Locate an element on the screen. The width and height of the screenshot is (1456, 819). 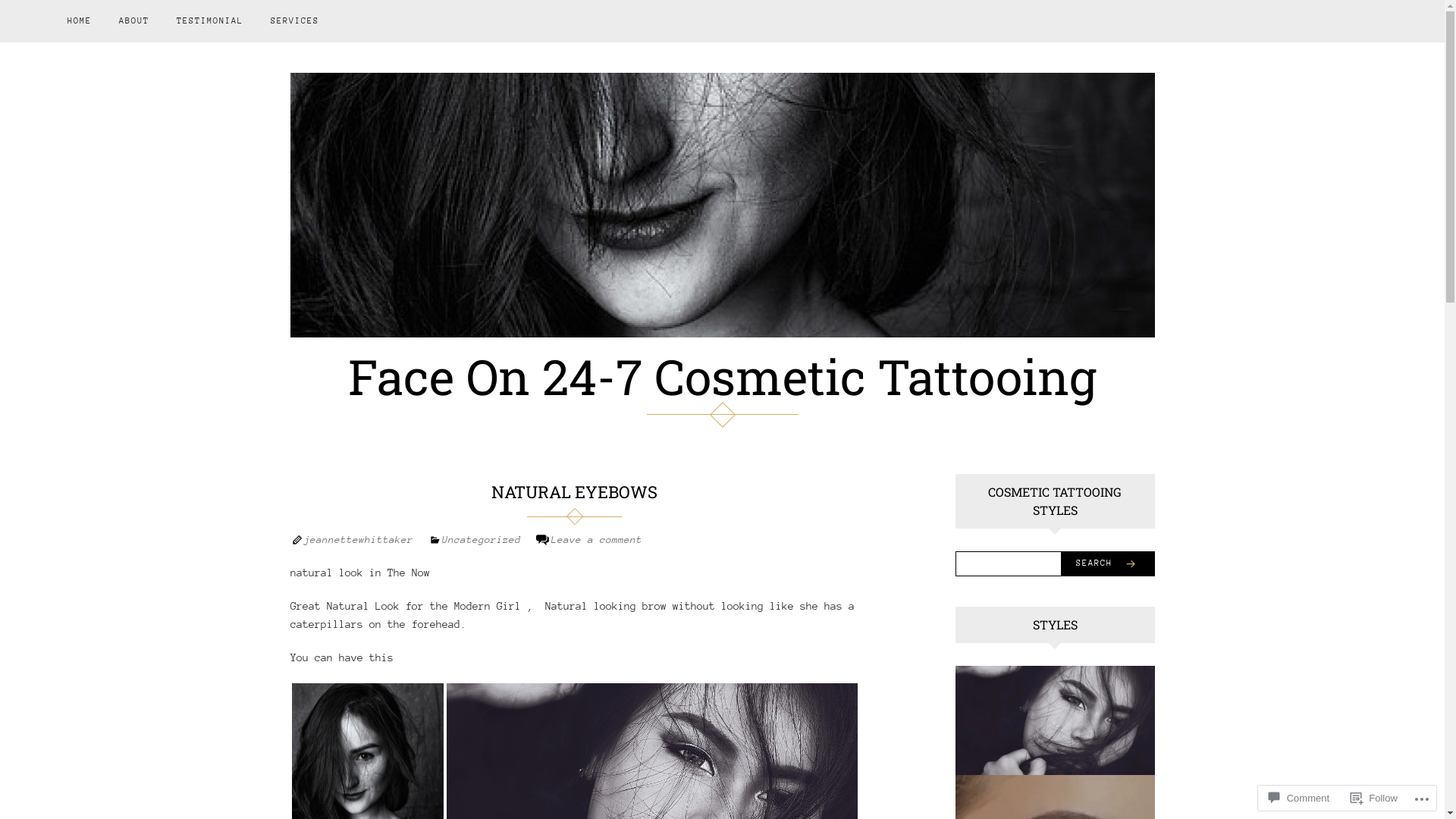
'ABOUT' is located at coordinates (134, 20).